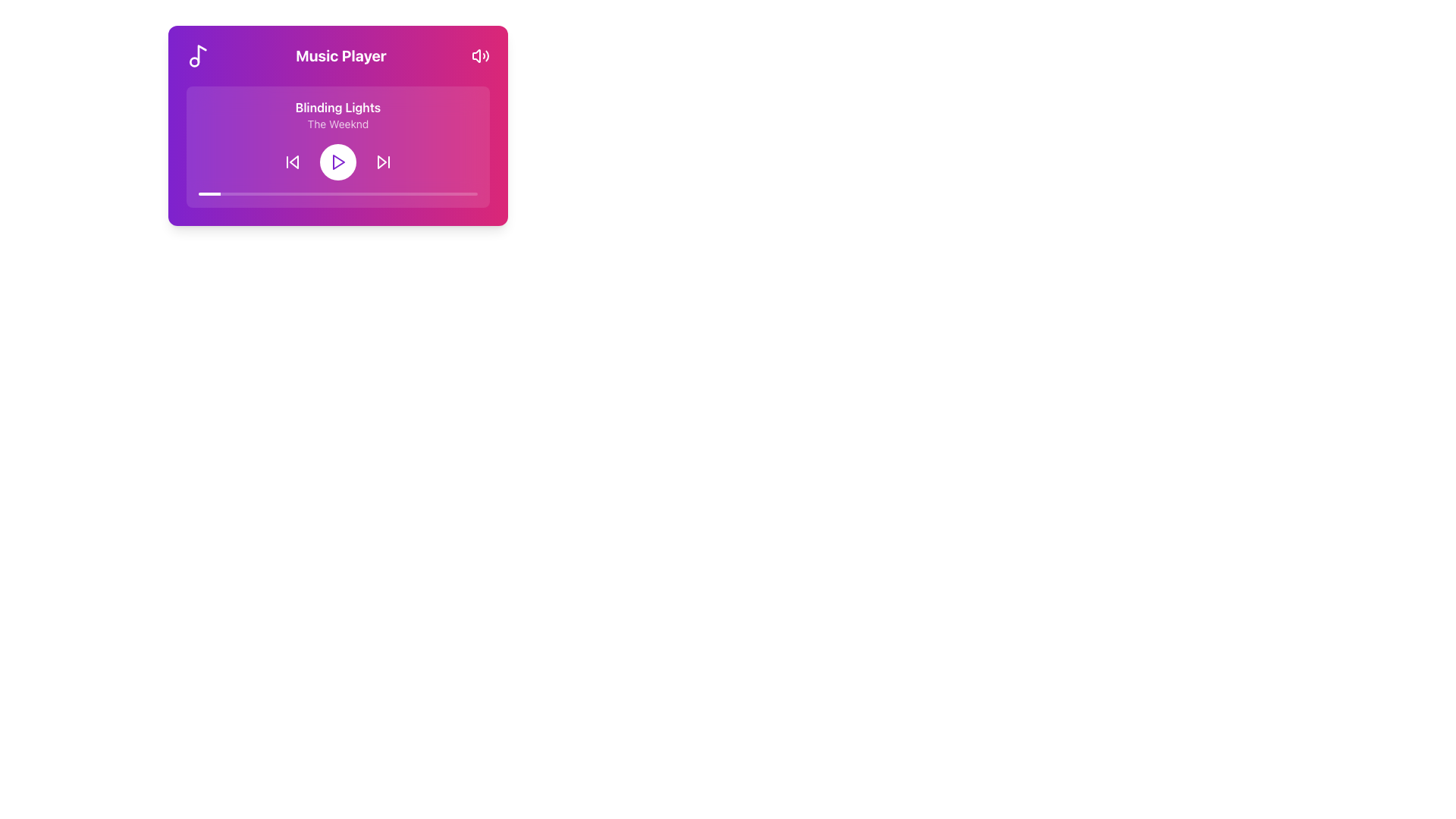 The height and width of the screenshot is (819, 1456). I want to click on the text label 'Music Player', which is prominently displayed in bold, extra-large font at the top of the music player interface, so click(340, 55).